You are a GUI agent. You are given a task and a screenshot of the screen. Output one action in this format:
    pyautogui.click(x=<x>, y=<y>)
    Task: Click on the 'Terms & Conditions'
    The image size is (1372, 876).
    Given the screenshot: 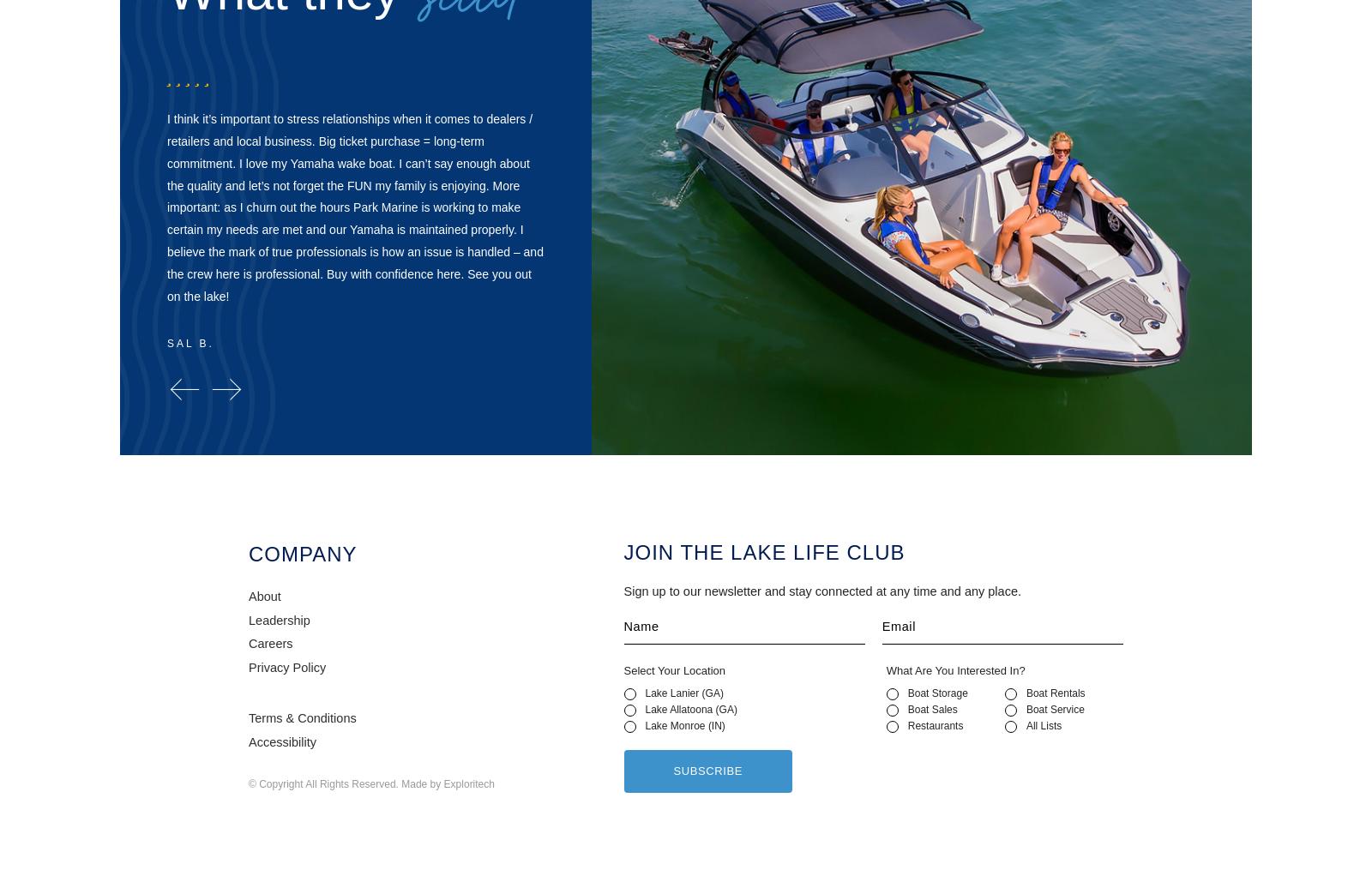 What is the action you would take?
    pyautogui.click(x=302, y=717)
    